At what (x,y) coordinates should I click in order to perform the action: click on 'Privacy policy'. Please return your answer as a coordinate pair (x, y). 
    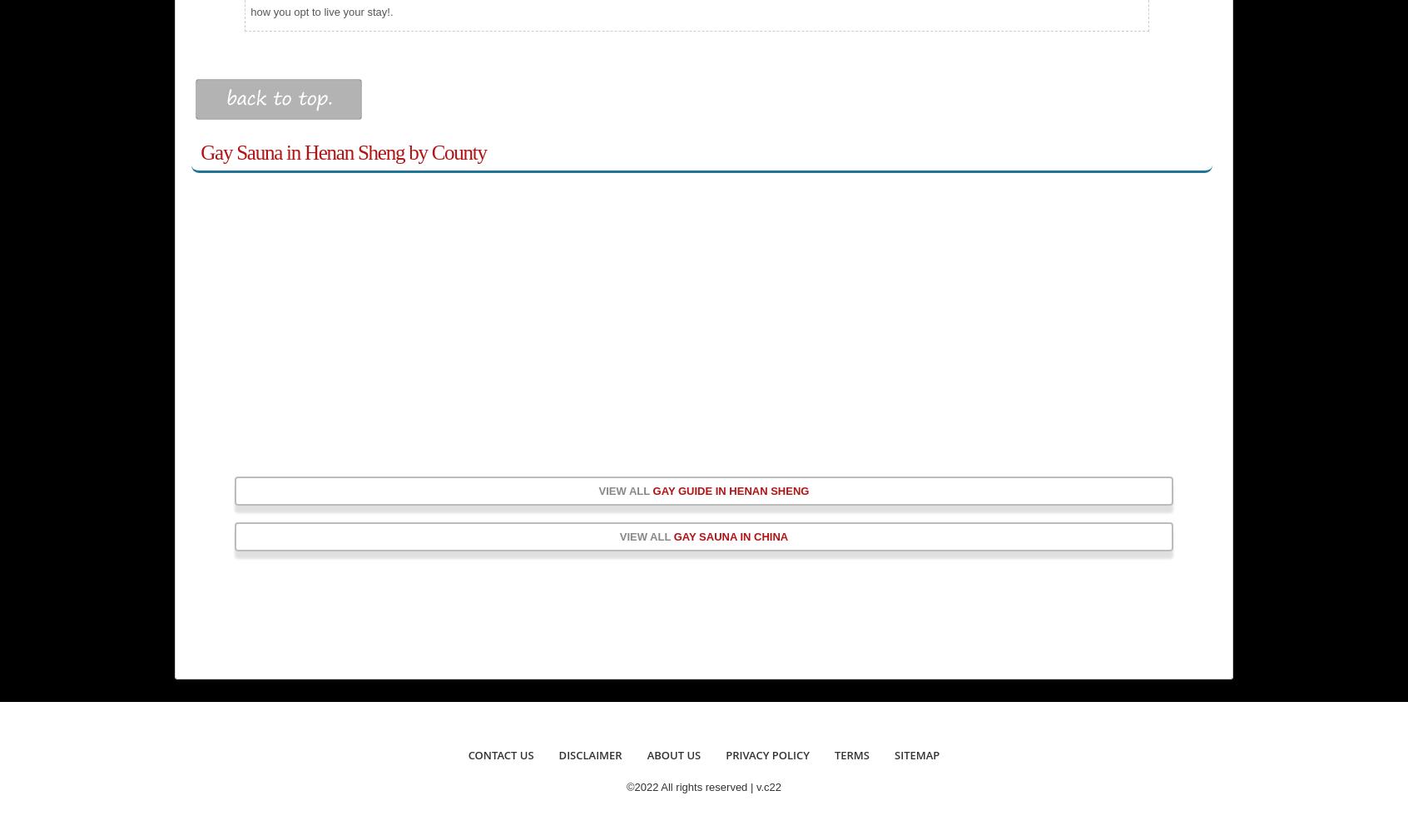
    Looking at the image, I should click on (766, 754).